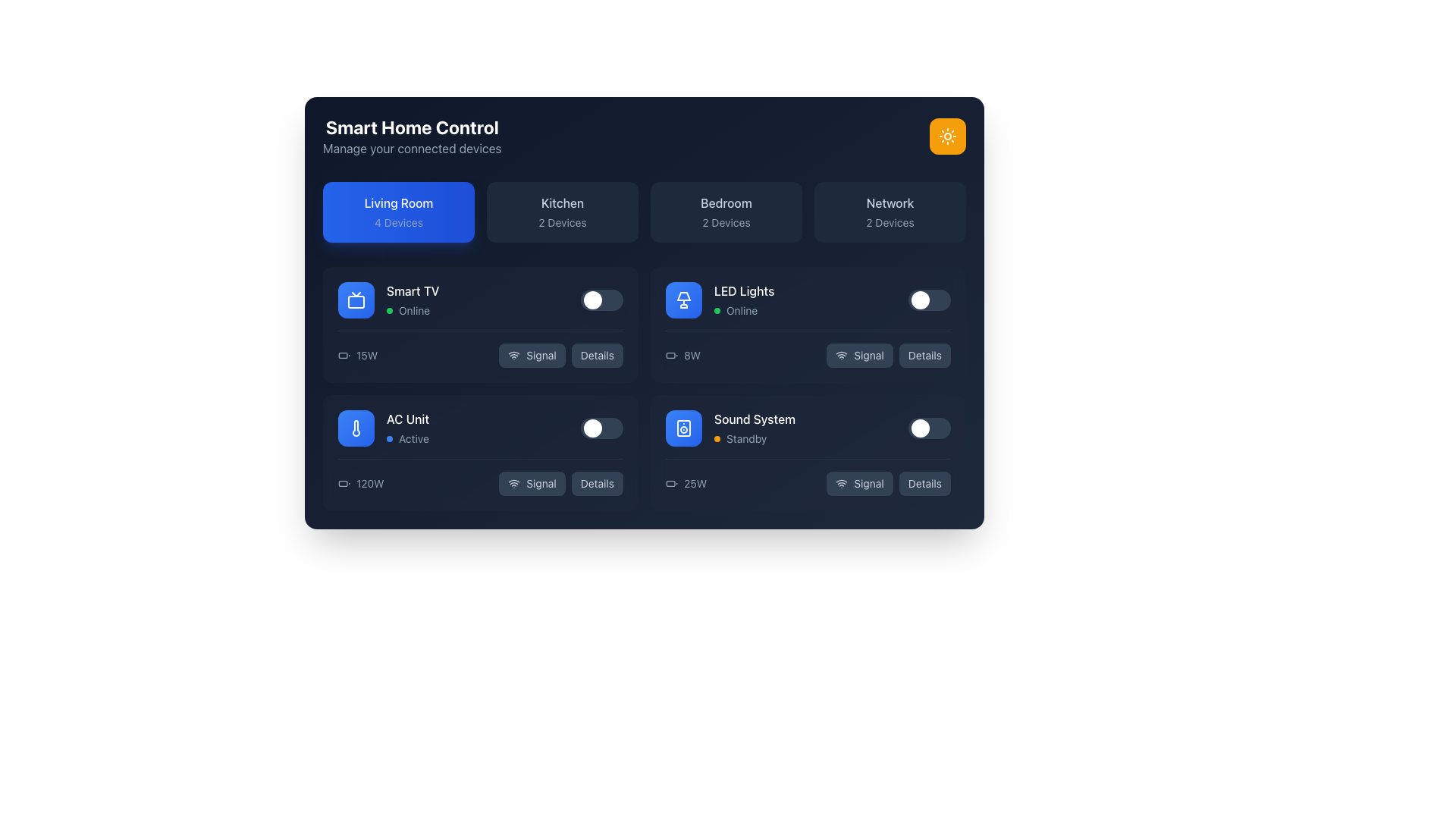 Image resolution: width=1456 pixels, height=819 pixels. What do you see at coordinates (532, 356) in the screenshot?
I see `the 'Signal' button with a Wi-Fi icon located in the bottom left of the 'Smart TV' card in the 'Living Room' section for keyboard navigation` at bounding box center [532, 356].